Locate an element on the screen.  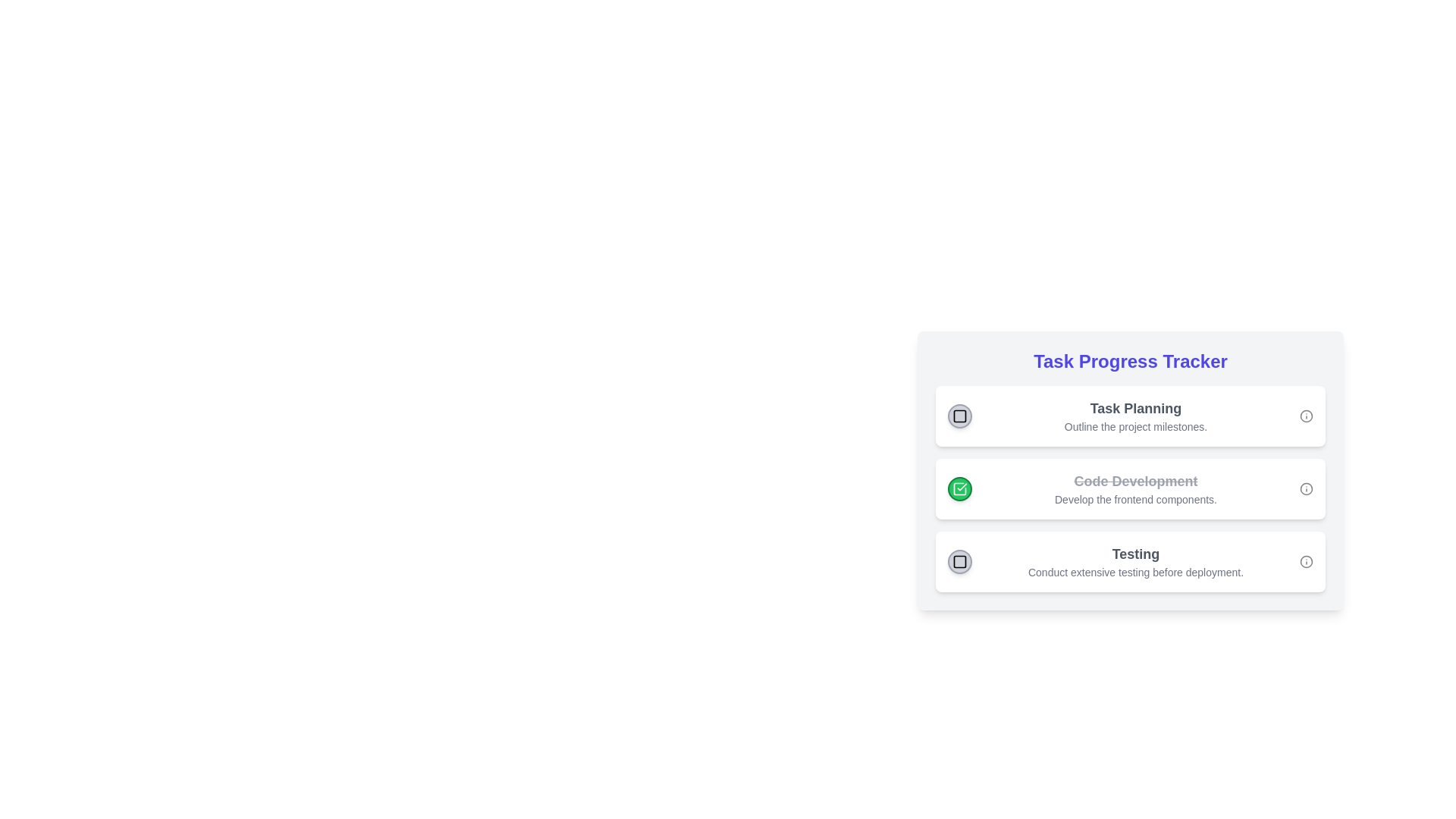
the circular shape within the informational icon located to the far right of the 'Task Planning' section in the Task Progress Tracker interface to potentially reveal a tooltip or additional information is located at coordinates (1306, 416).